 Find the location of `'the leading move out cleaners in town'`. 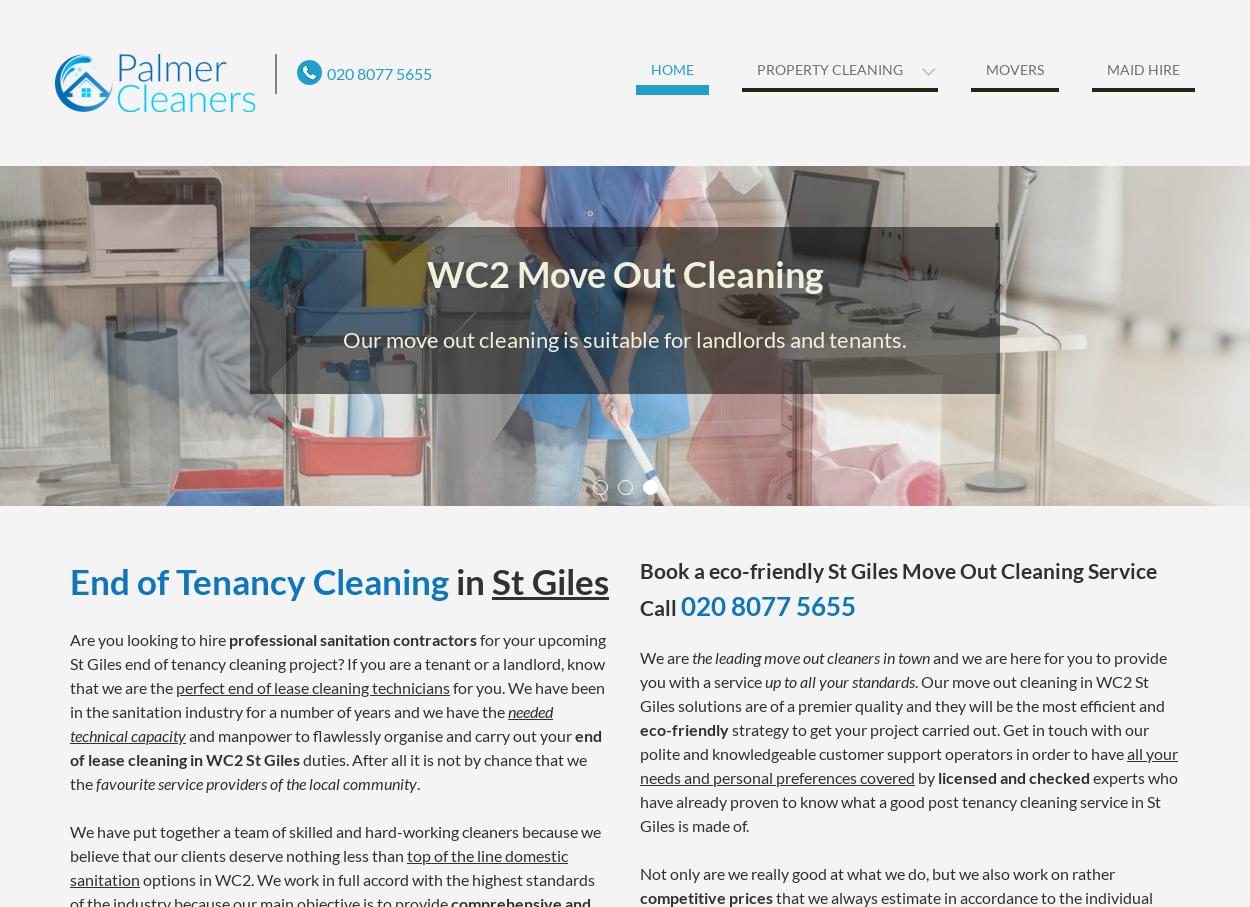

'the leading move out cleaners in town' is located at coordinates (811, 656).